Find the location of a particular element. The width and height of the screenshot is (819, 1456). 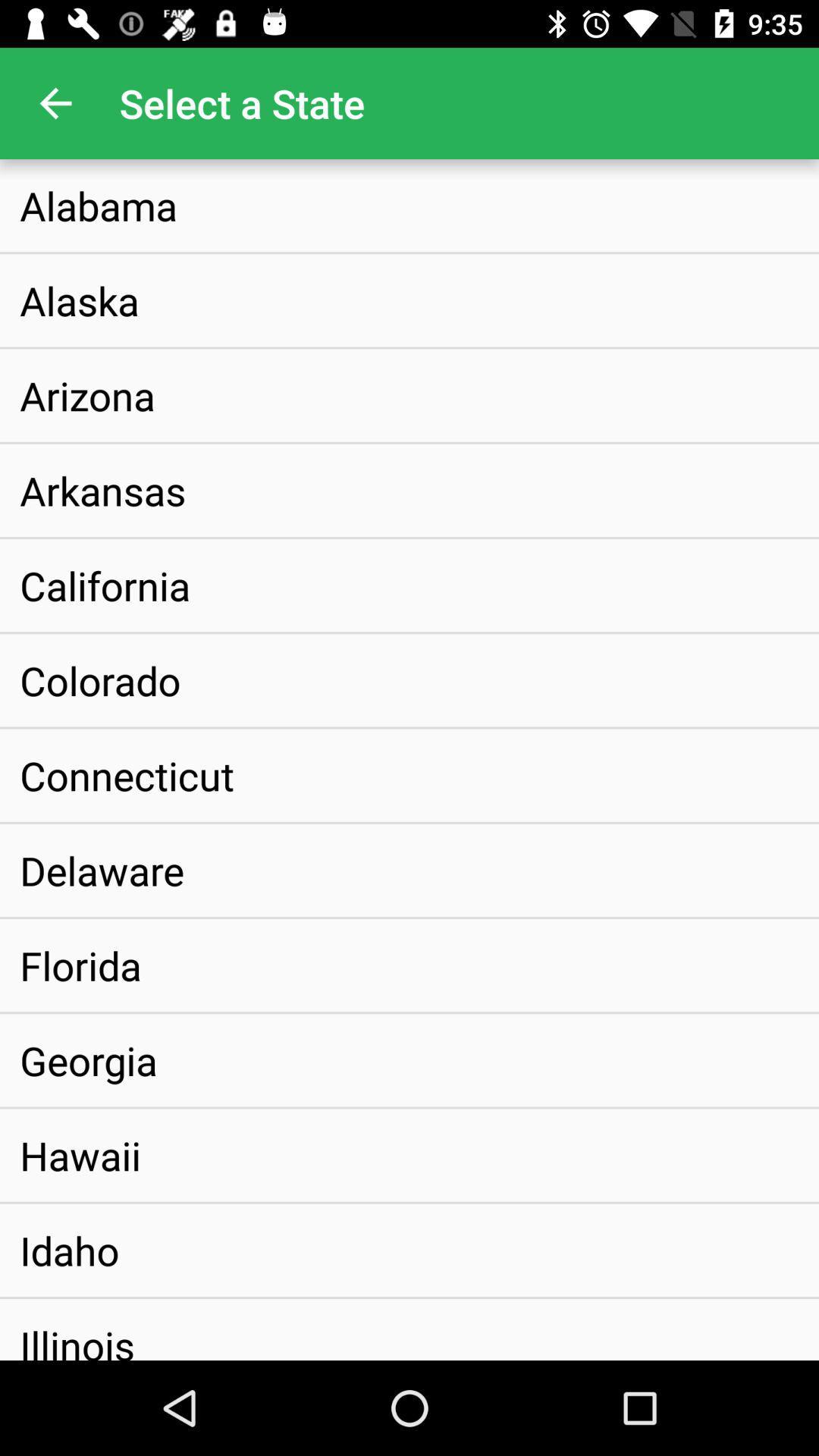

item next to select a state item is located at coordinates (55, 102).